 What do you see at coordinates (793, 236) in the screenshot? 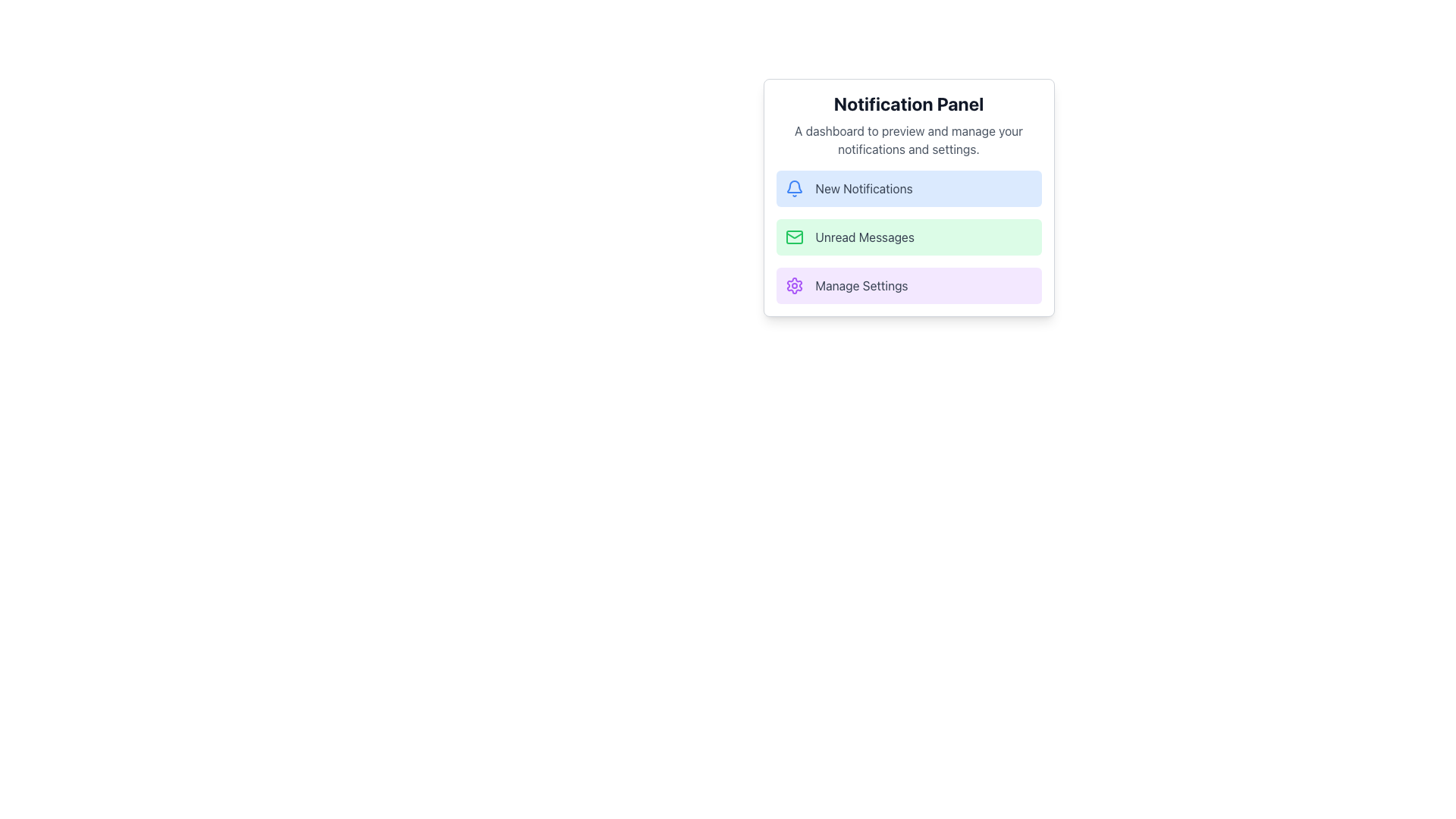
I see `the context associated with the envelope icon indicating unread messages, which is located in the second row of the notification panel` at bounding box center [793, 236].